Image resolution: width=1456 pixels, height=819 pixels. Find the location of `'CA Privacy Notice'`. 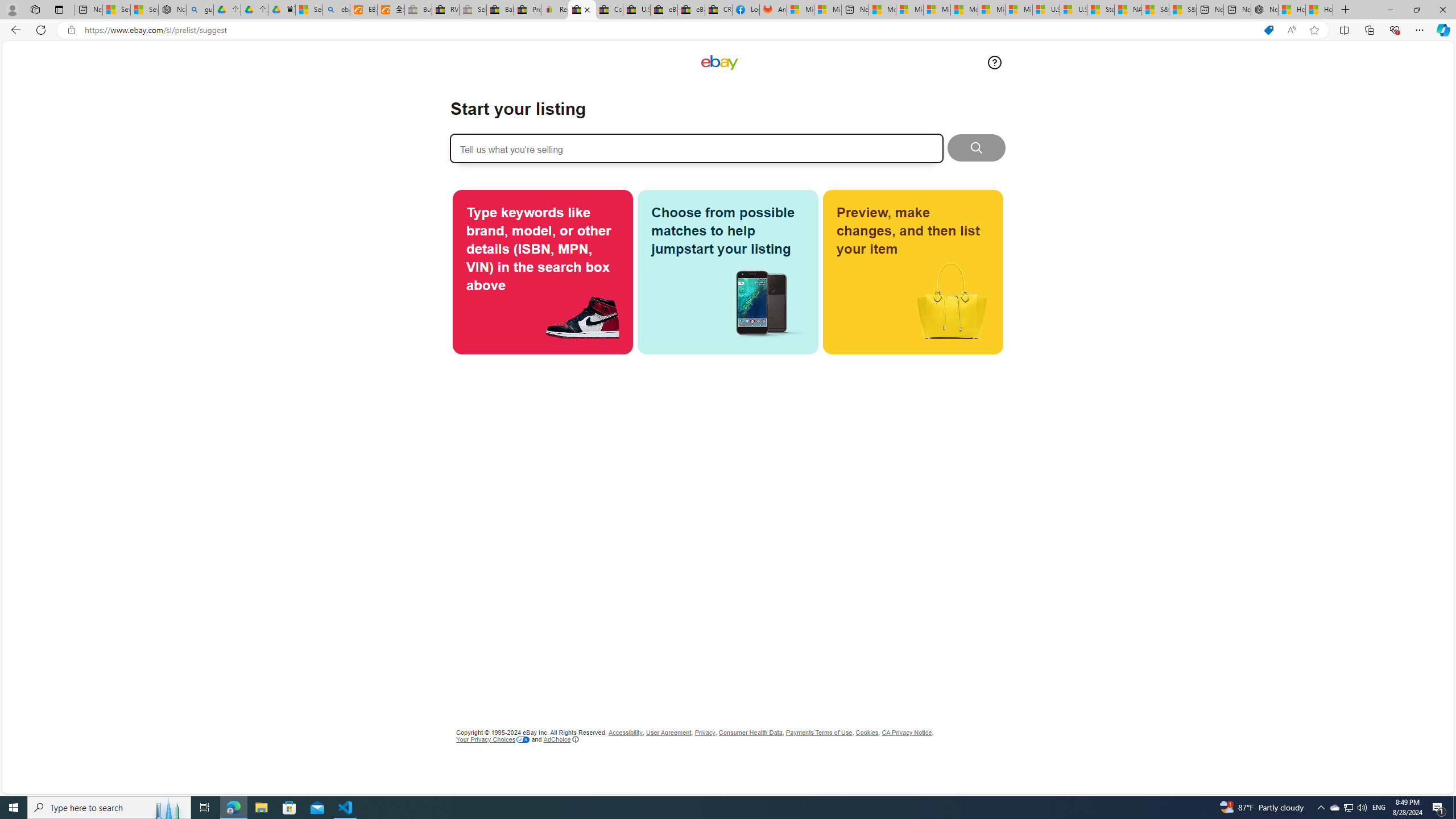

'CA Privacy Notice' is located at coordinates (906, 732).